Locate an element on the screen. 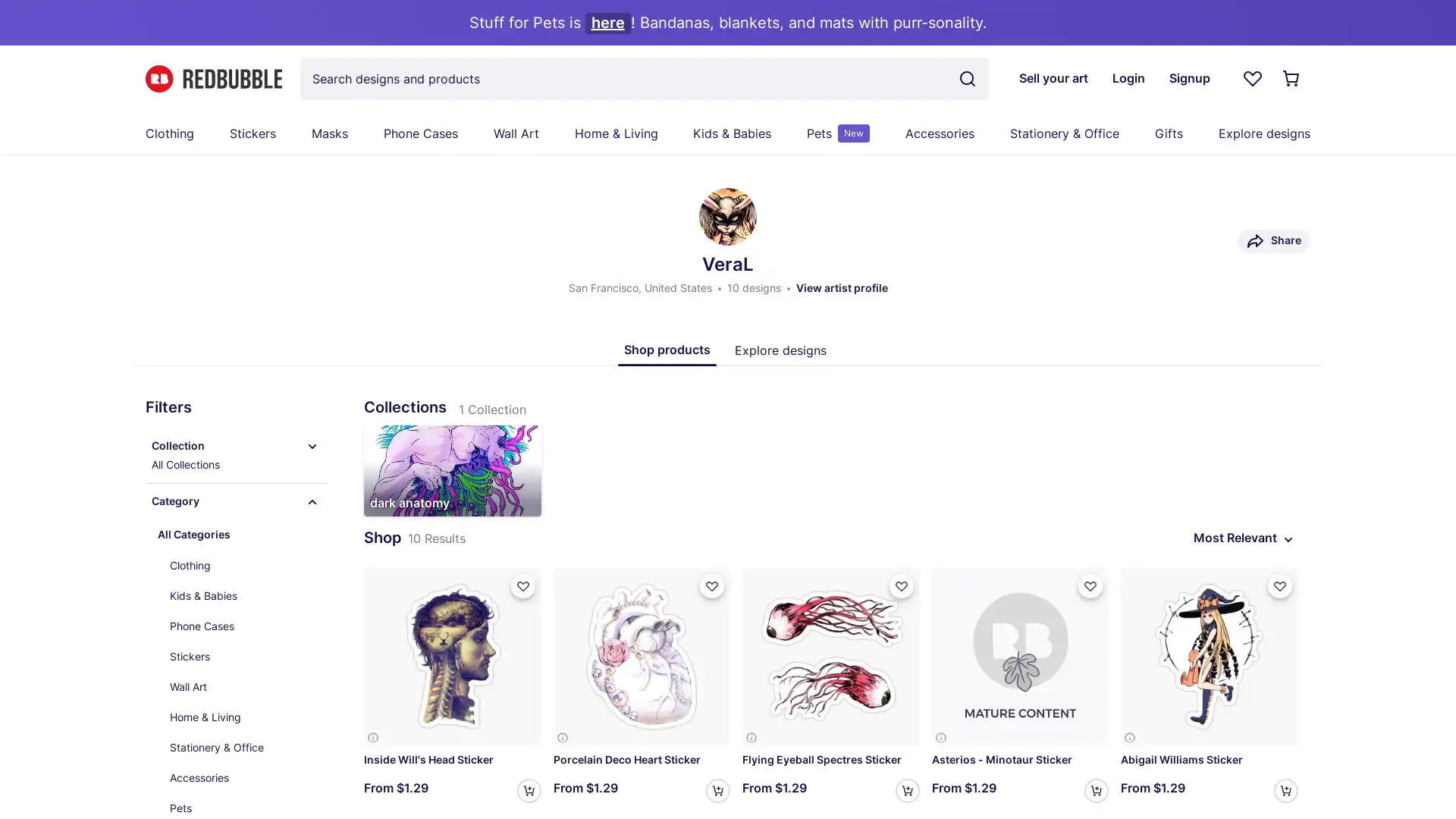  Collection All Collections is located at coordinates (236, 455).